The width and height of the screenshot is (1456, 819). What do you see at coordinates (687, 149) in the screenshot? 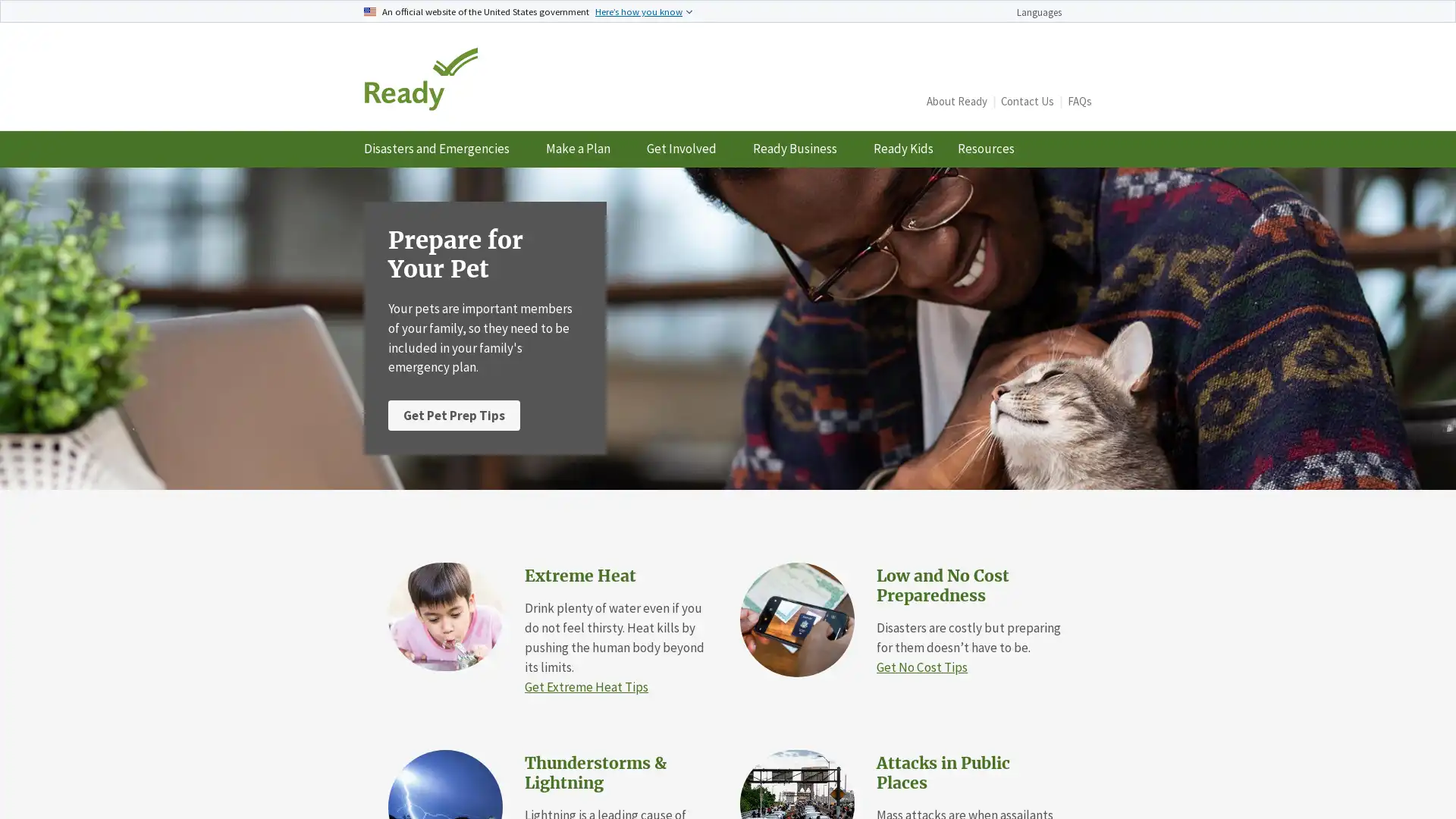
I see `Get Involved` at bounding box center [687, 149].